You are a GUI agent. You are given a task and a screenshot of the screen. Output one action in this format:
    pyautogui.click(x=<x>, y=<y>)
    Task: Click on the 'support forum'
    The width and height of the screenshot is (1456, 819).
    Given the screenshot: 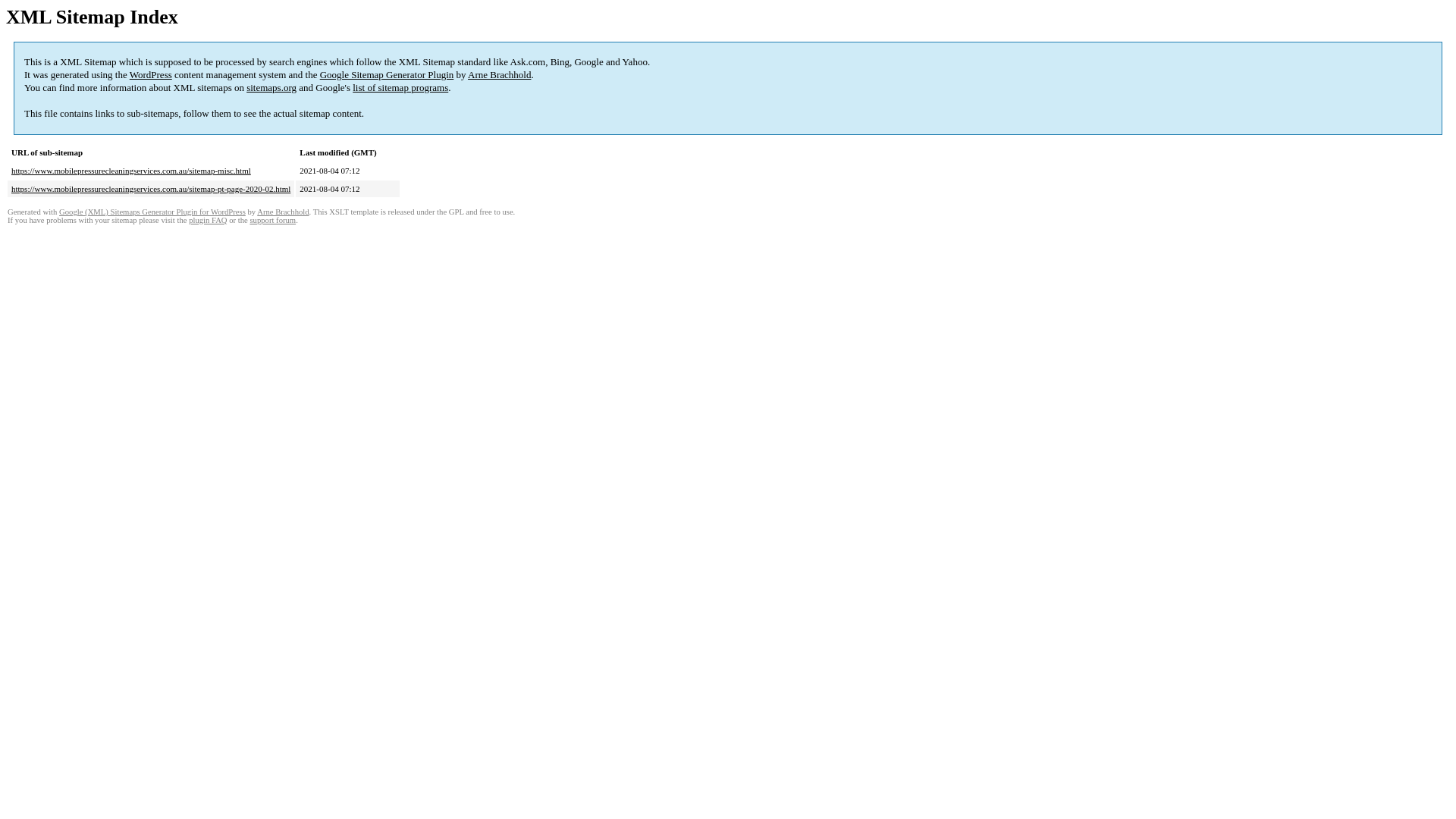 What is the action you would take?
    pyautogui.click(x=272, y=220)
    